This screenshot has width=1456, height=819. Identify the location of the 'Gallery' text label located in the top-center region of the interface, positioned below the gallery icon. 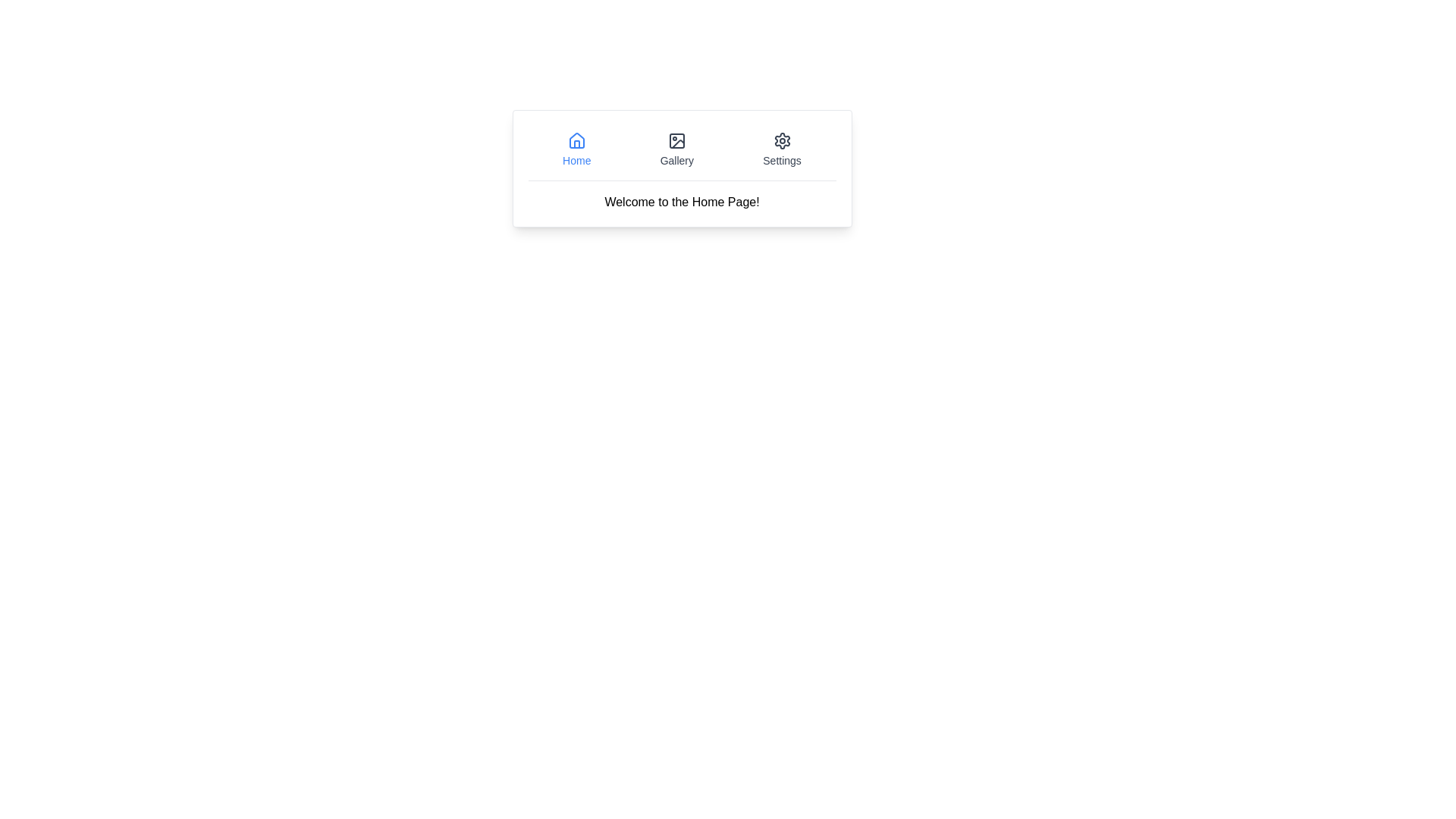
(676, 161).